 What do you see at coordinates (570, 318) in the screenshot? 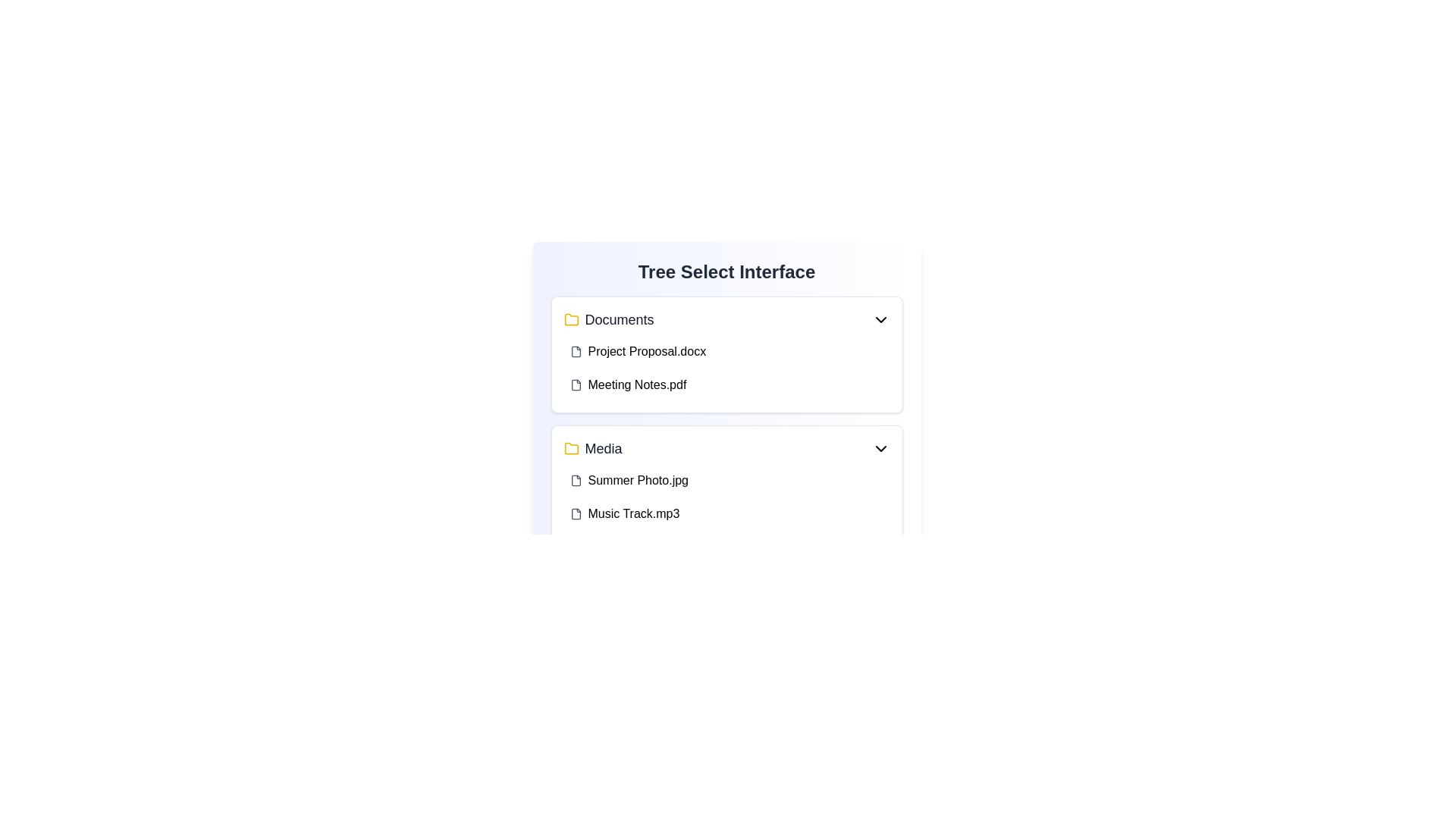
I see `the 'Documents' folder icon located at the beginning of the 'Documents' row in the Tree Select Interface` at bounding box center [570, 318].